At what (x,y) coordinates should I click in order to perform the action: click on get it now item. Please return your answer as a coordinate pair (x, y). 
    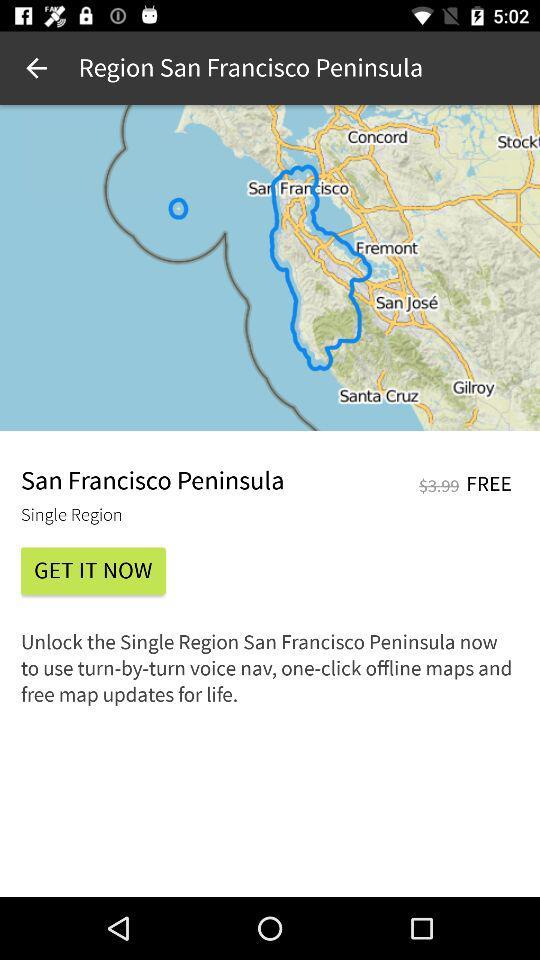
    Looking at the image, I should click on (92, 571).